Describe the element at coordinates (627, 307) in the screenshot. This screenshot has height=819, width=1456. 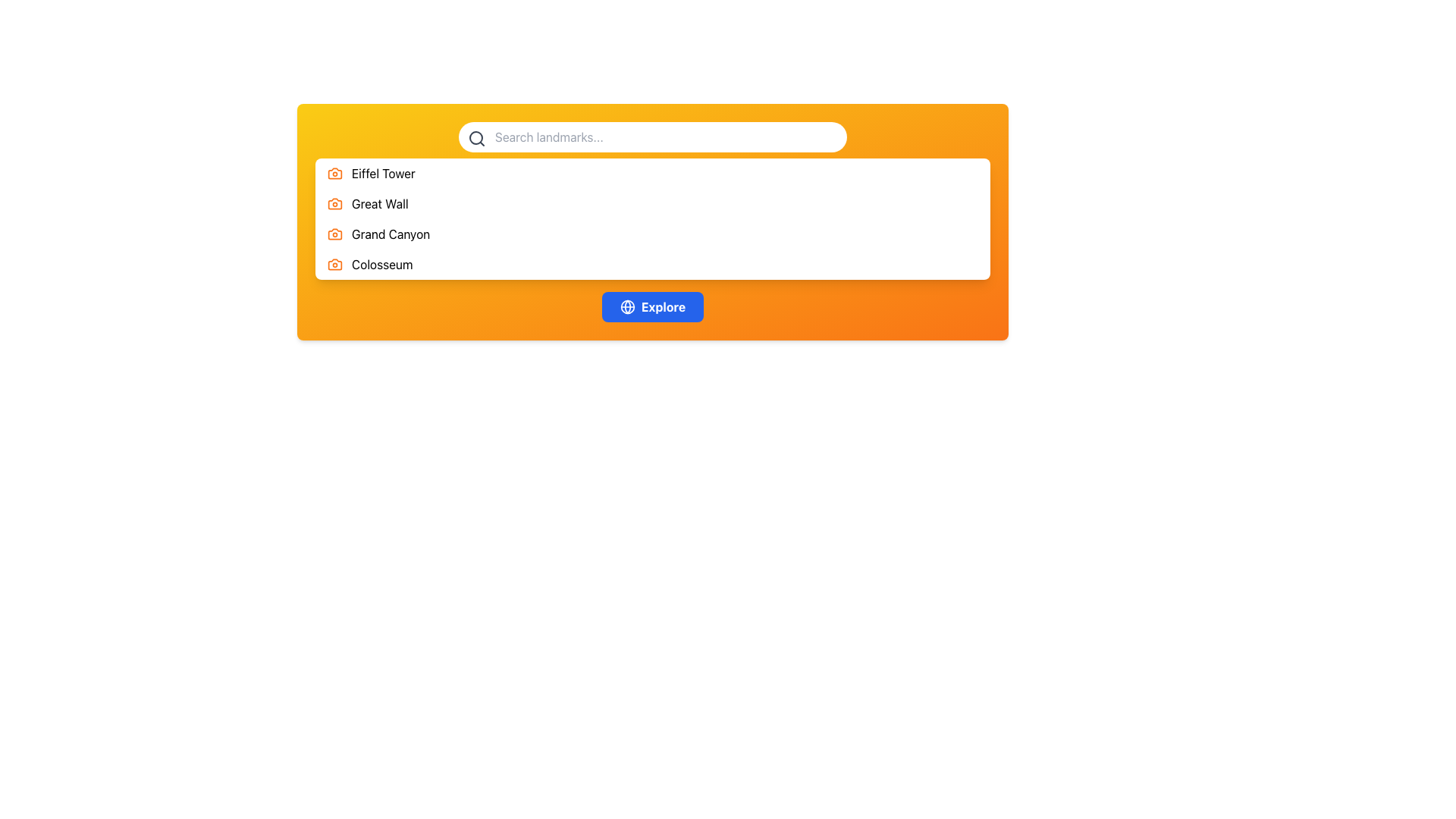
I see `the globe icon located at the top right of the main interface, adjacent to the search bar, which symbolizes global connectivity` at that location.